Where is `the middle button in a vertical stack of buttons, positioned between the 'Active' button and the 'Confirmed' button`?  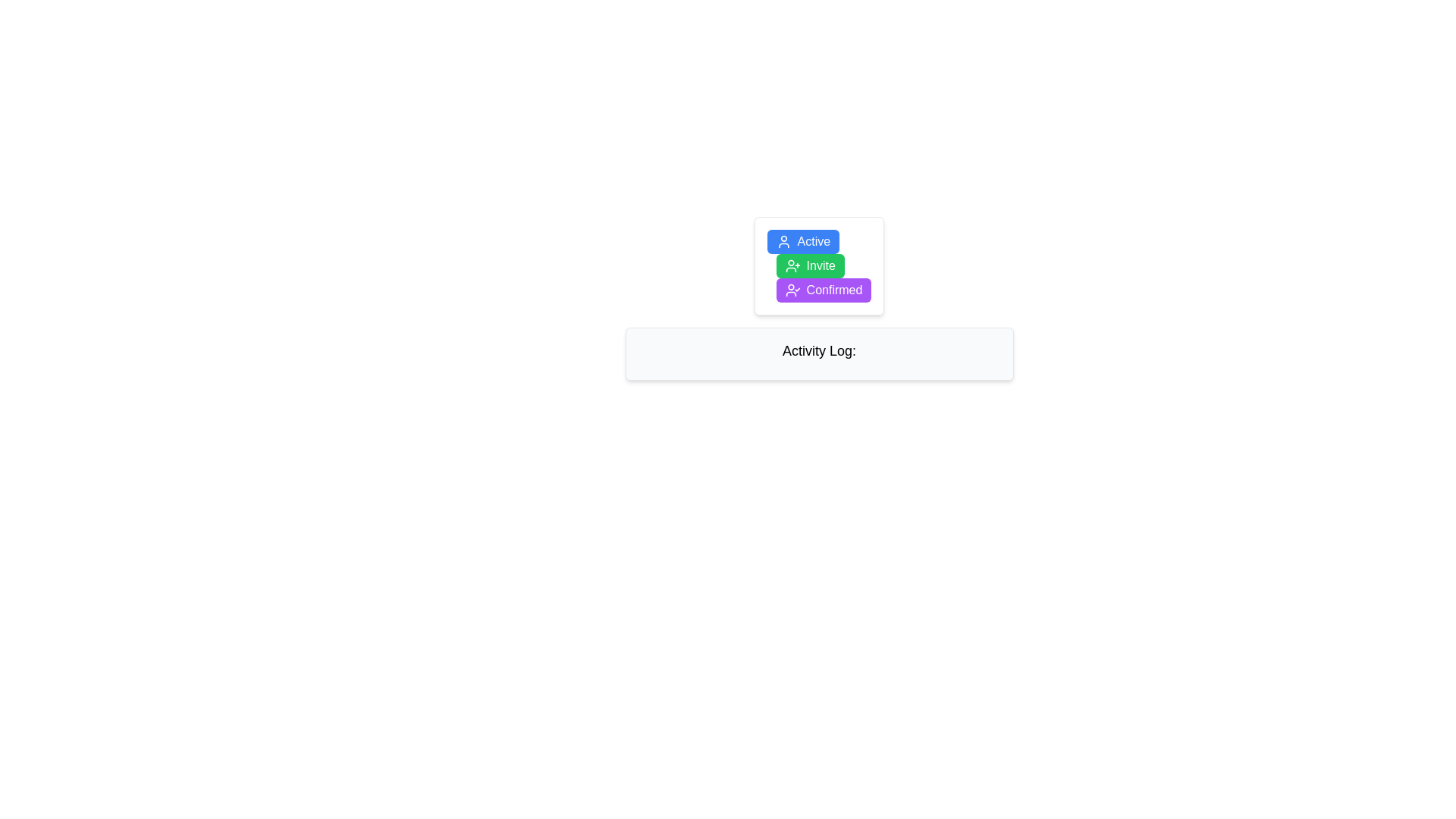
the middle button in a vertical stack of buttons, positioned between the 'Active' button and the 'Confirmed' button is located at coordinates (818, 265).